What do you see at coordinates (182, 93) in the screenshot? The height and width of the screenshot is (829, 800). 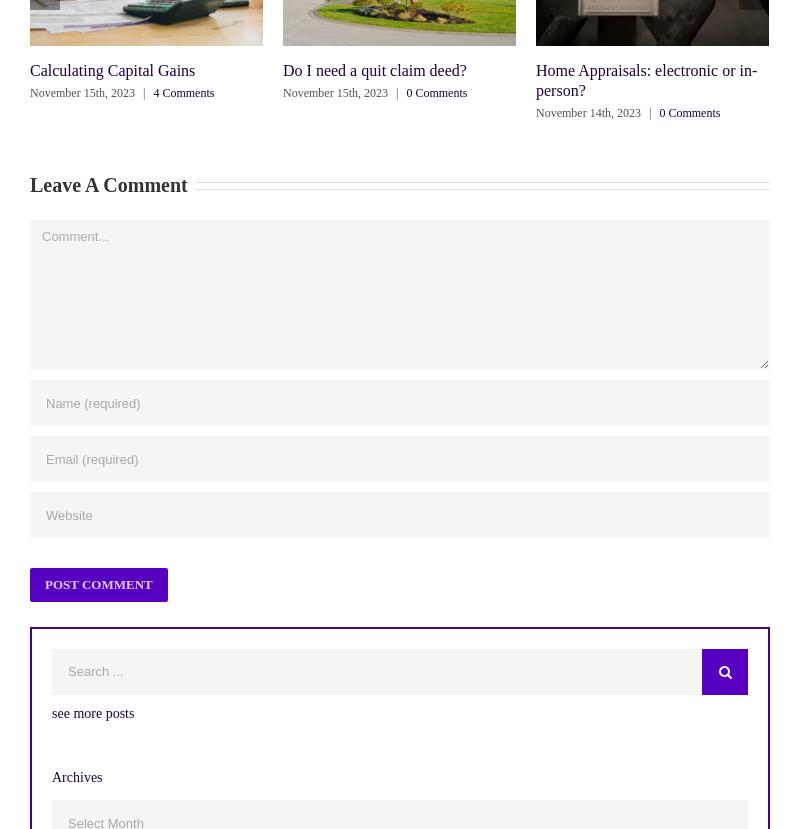 I see `'4 Comments'` at bounding box center [182, 93].